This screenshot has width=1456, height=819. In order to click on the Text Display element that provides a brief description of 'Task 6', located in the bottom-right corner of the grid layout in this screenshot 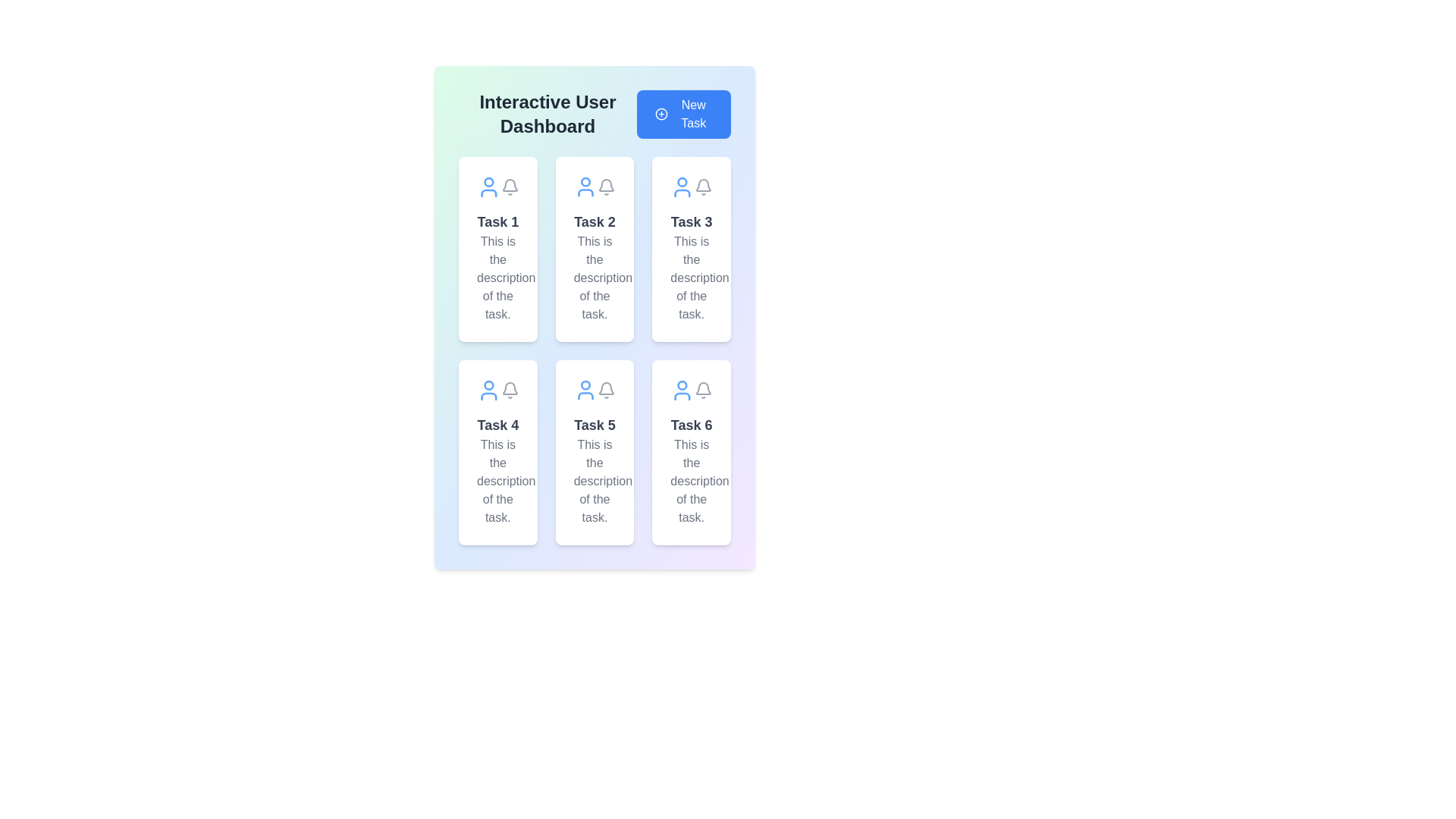, I will do `click(691, 482)`.